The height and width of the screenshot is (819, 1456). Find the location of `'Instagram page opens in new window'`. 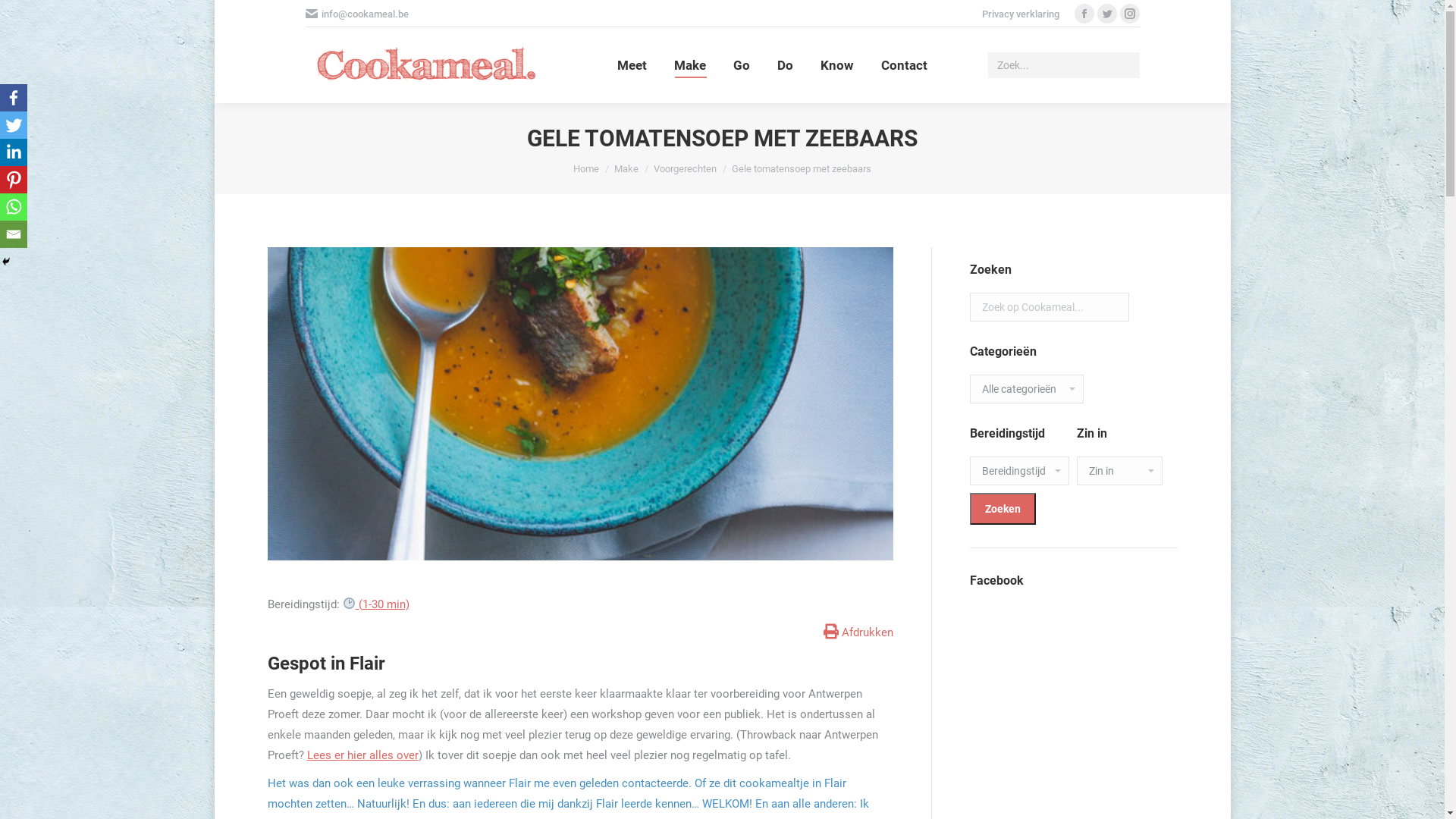

'Instagram page opens in new window' is located at coordinates (1128, 14).